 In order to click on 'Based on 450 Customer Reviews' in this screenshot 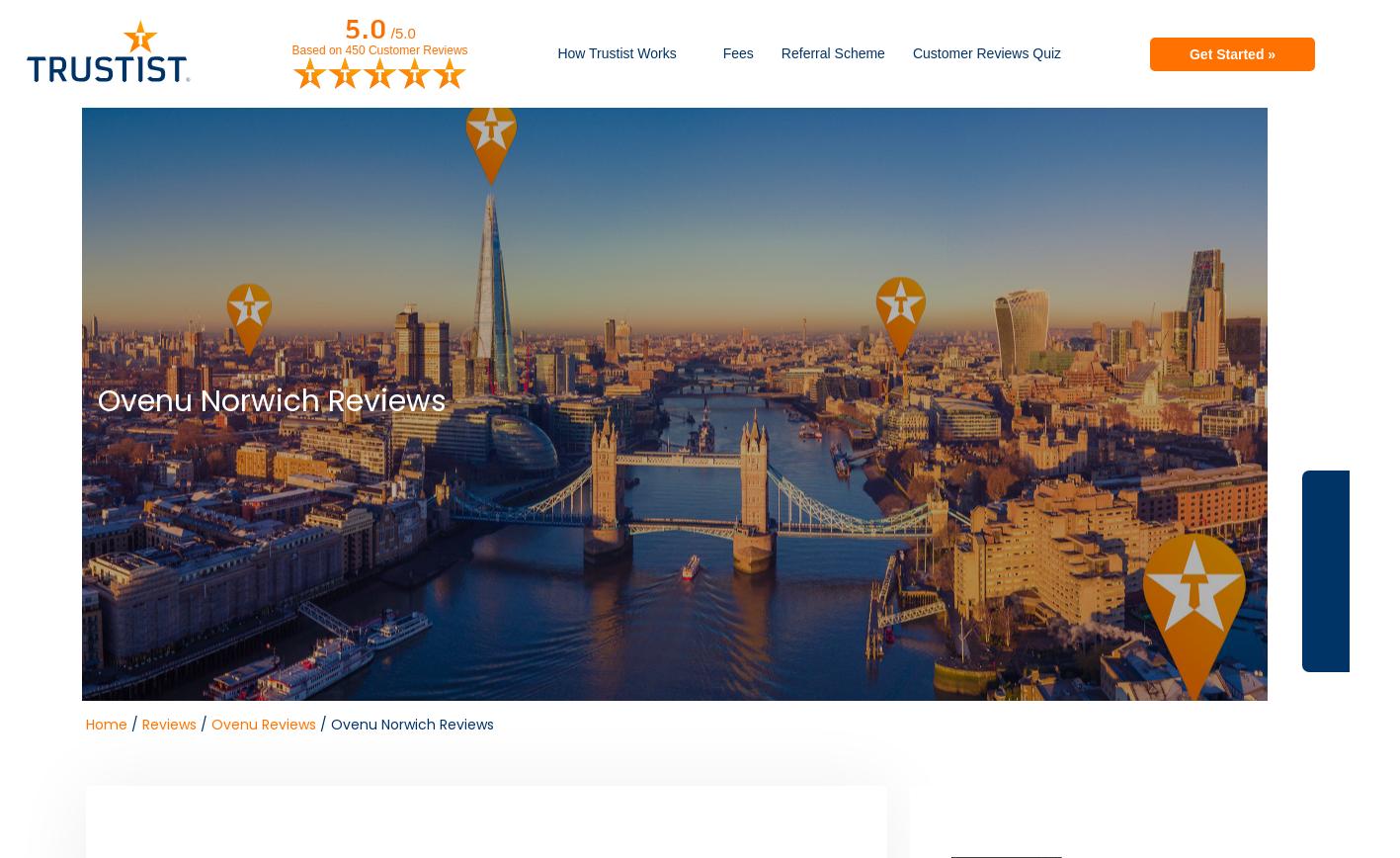, I will do `click(378, 48)`.